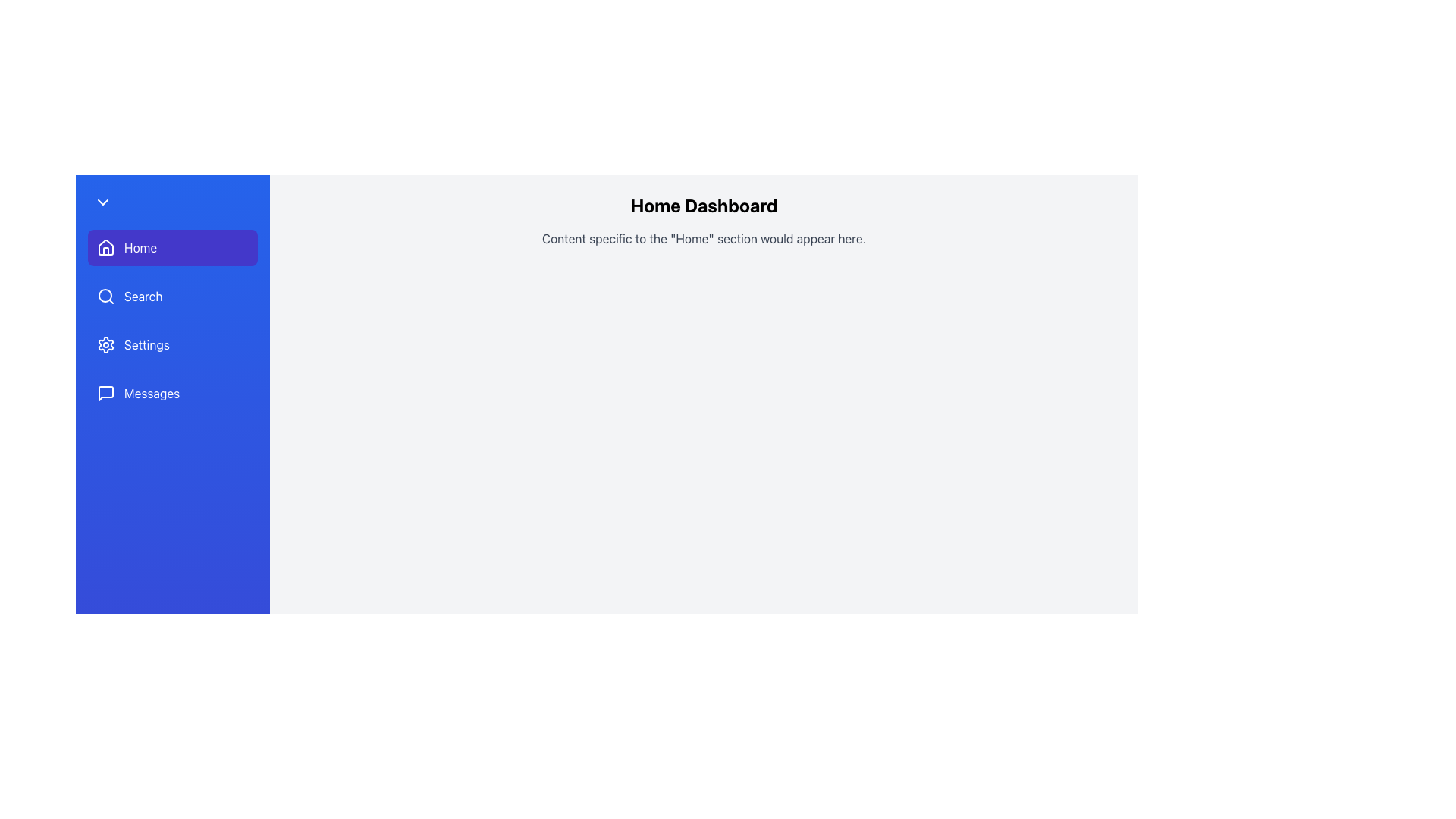 This screenshot has width=1456, height=819. I want to click on the 'Search' option, so click(172, 320).